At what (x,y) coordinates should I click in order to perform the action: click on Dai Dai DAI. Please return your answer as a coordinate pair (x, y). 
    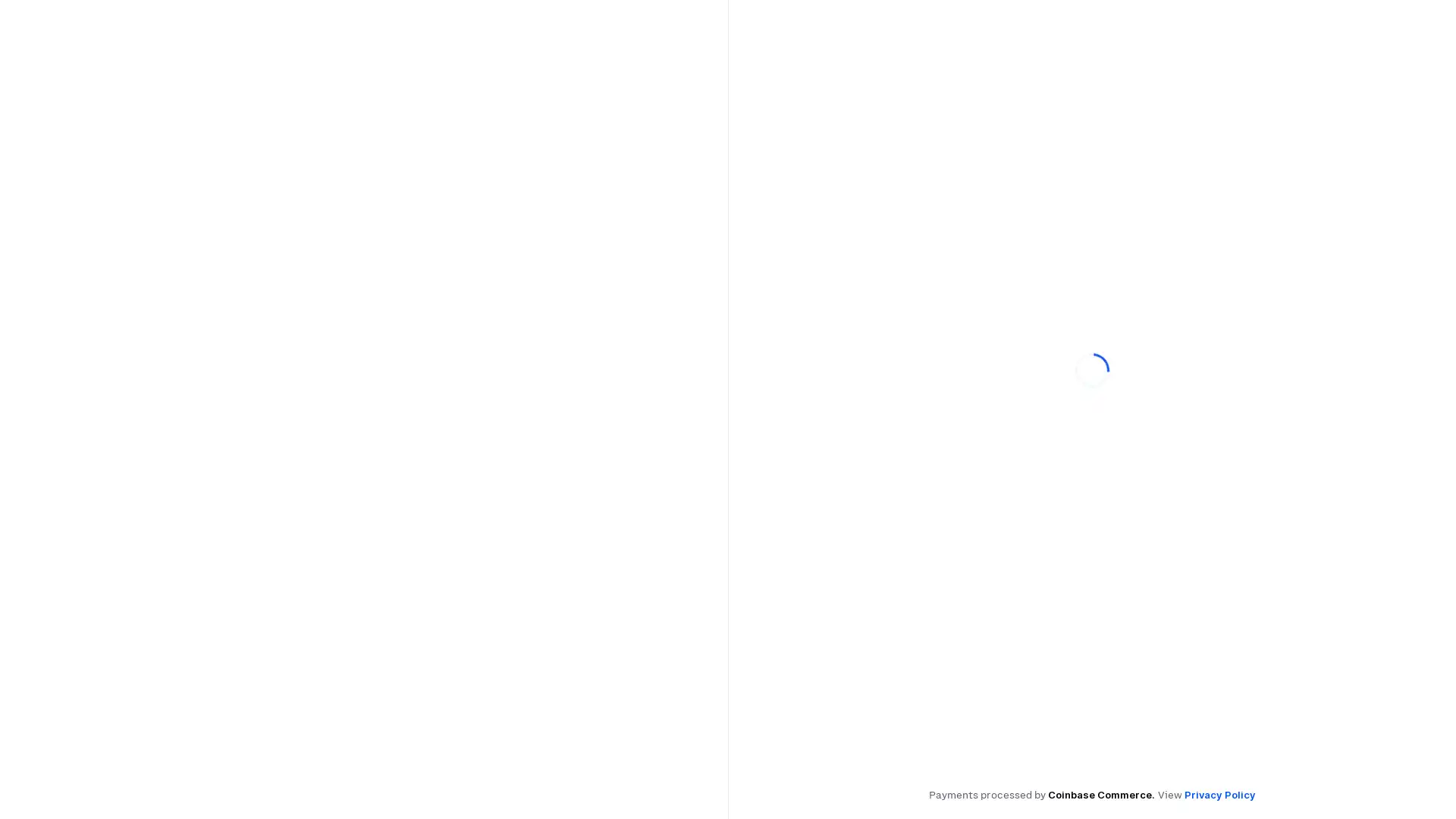
    Looking at the image, I should click on (846, 403).